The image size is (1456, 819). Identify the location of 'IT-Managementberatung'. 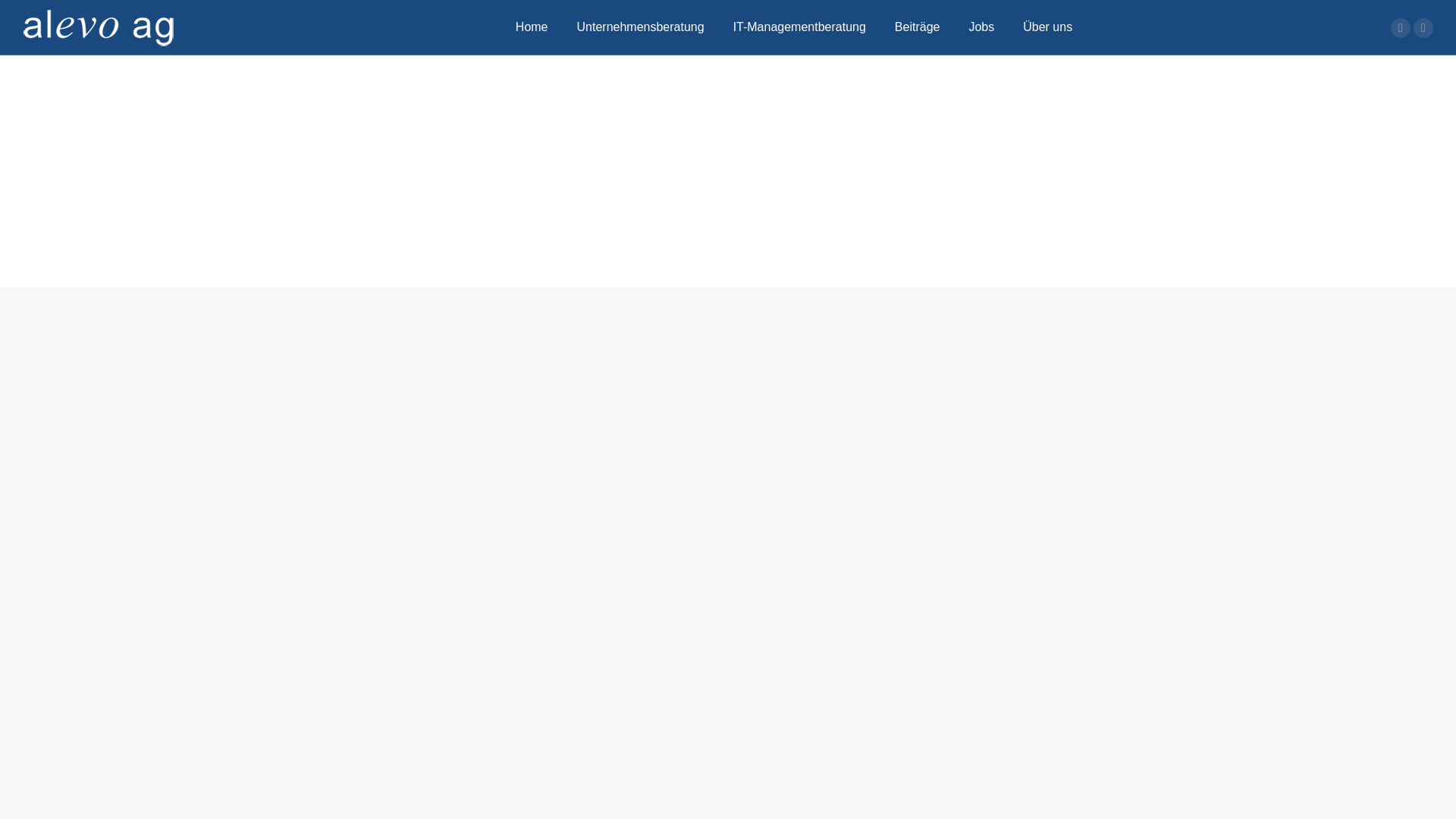
(730, 27).